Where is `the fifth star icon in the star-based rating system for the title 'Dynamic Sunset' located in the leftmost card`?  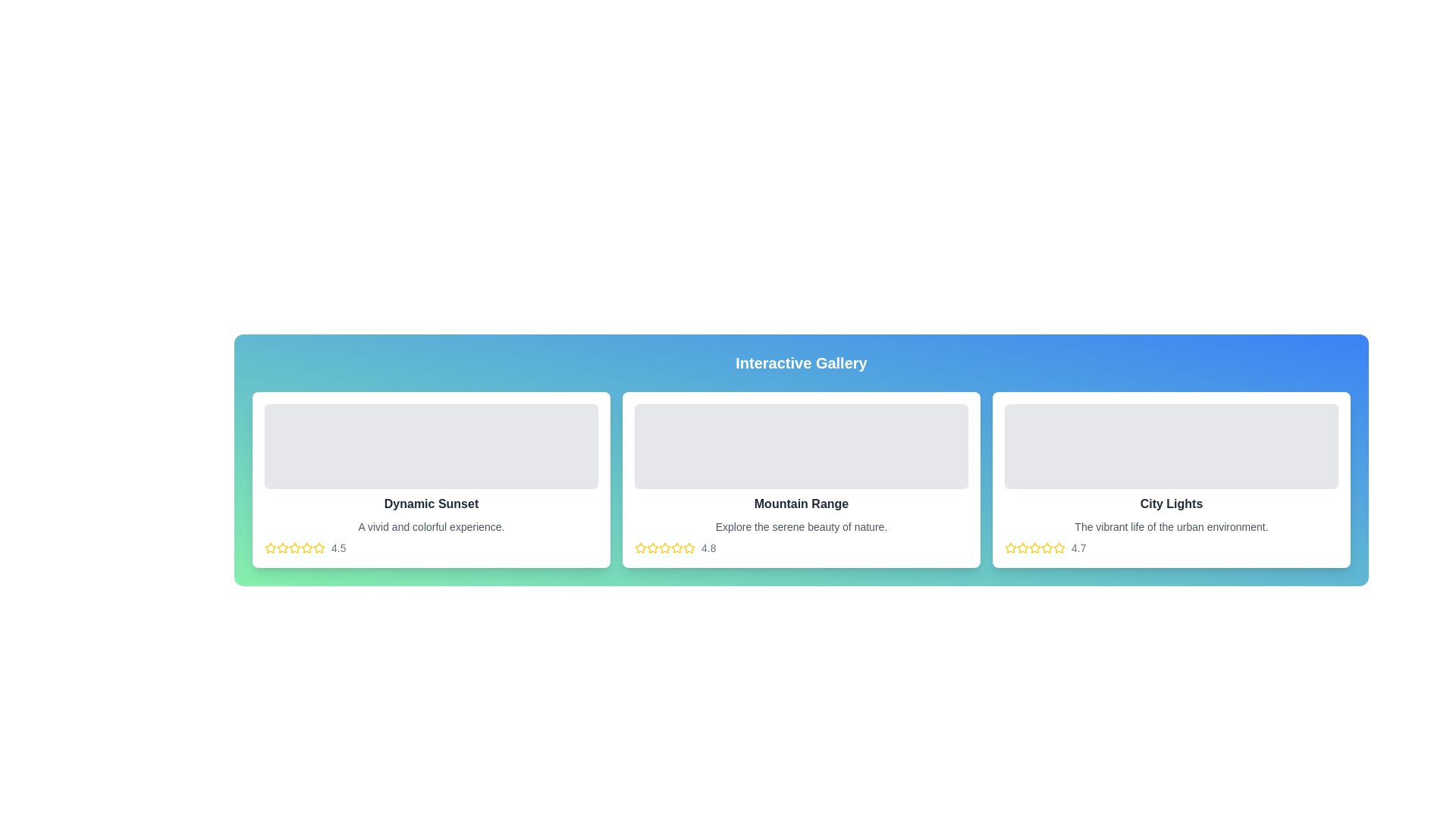
the fifth star icon in the star-based rating system for the title 'Dynamic Sunset' located in the leftmost card is located at coordinates (318, 548).